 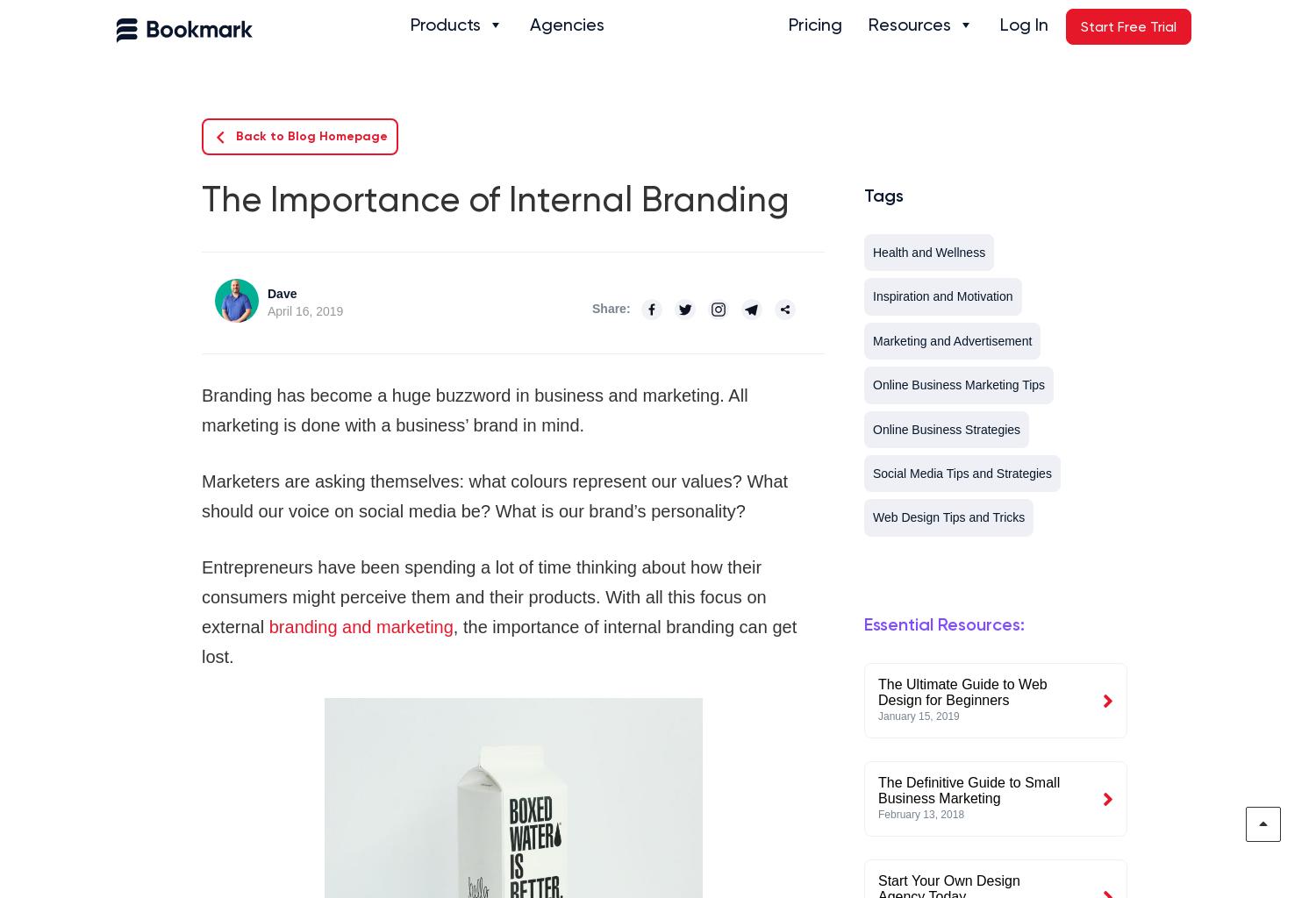 What do you see at coordinates (446, 24) in the screenshot?
I see `'Products'` at bounding box center [446, 24].